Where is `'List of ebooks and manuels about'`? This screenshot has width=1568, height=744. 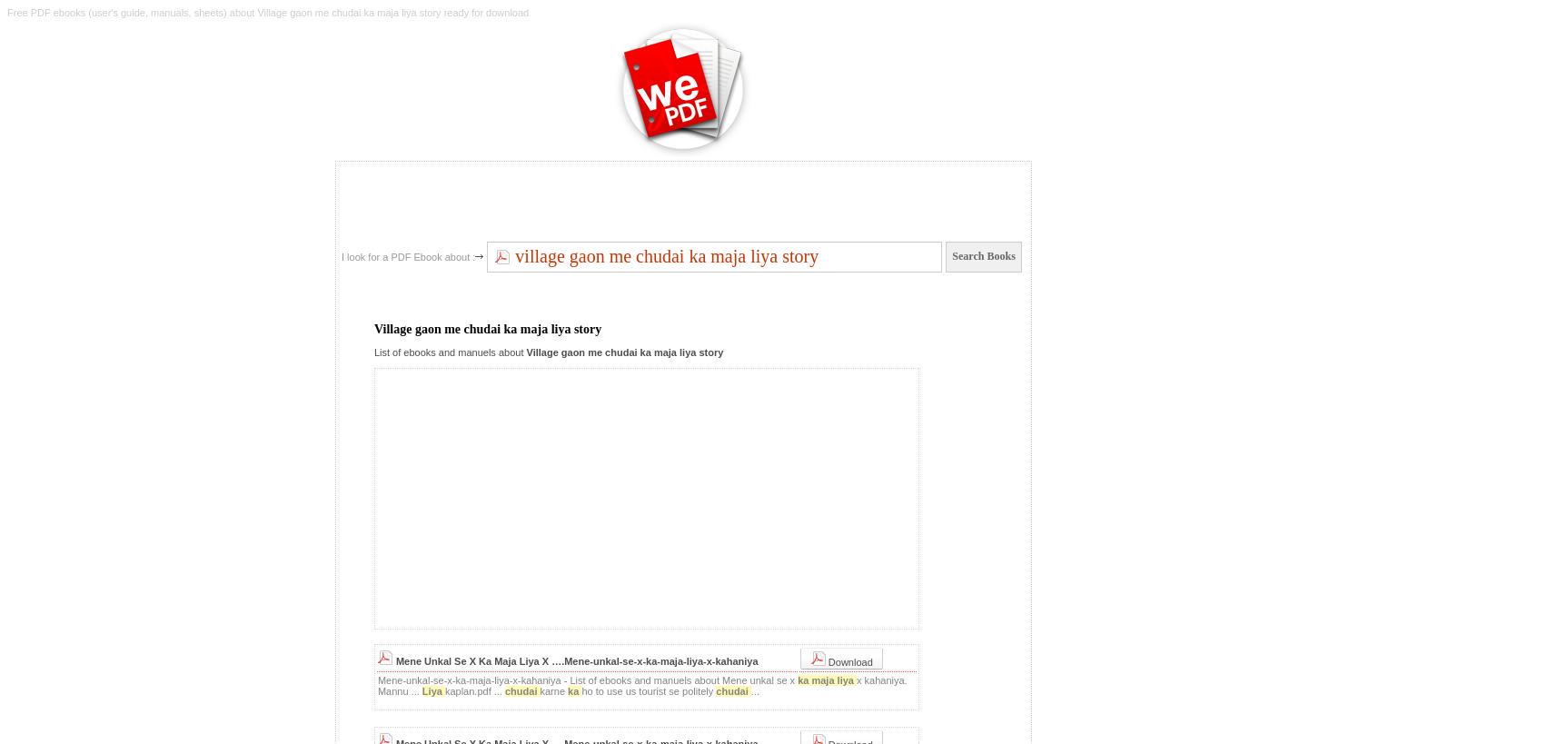 'List of ebooks and manuels about' is located at coordinates (449, 351).